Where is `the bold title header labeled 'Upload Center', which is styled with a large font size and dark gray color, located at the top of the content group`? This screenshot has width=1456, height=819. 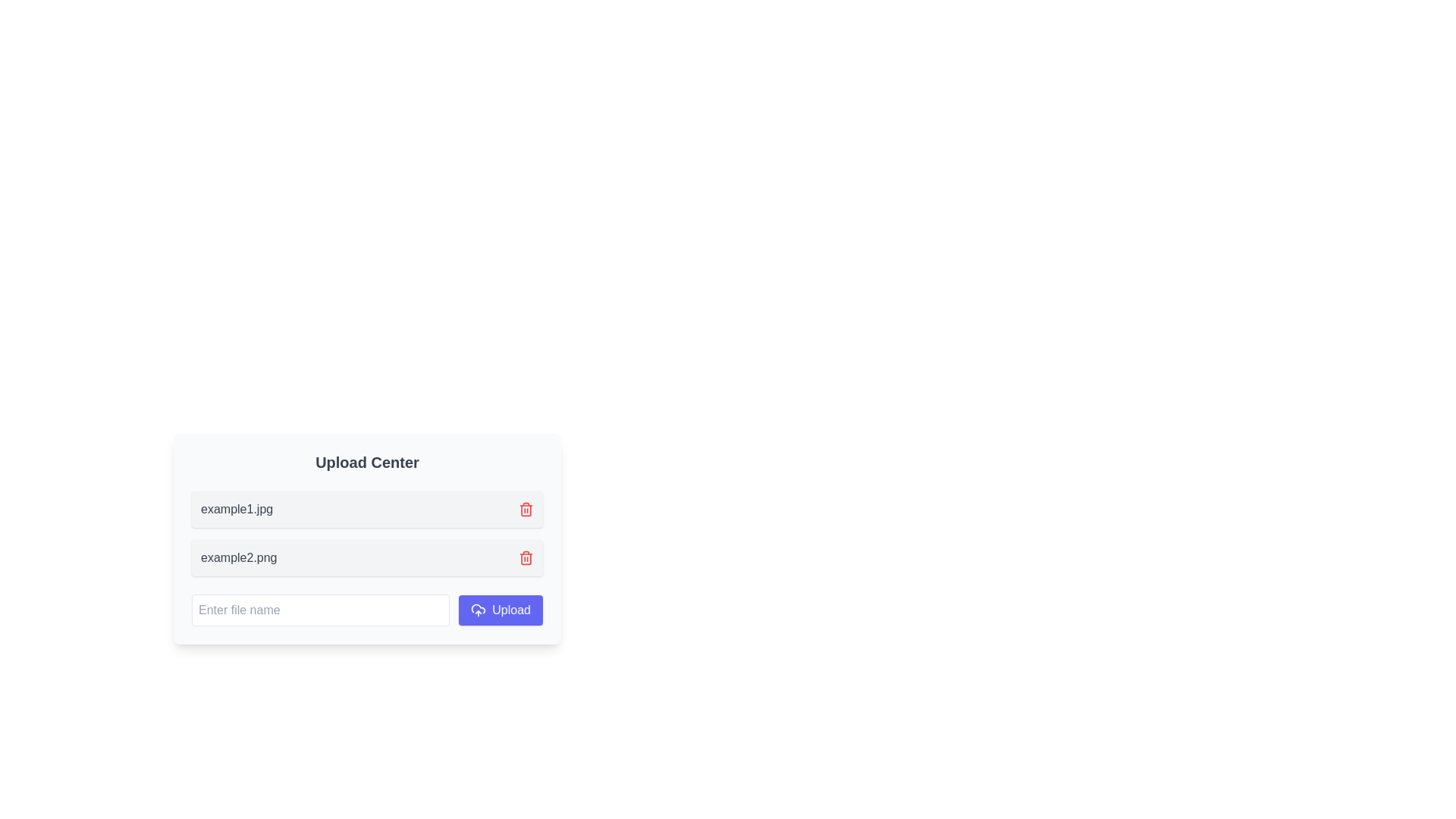
the bold title header labeled 'Upload Center', which is styled with a large font size and dark gray color, located at the top of the content group is located at coordinates (367, 461).